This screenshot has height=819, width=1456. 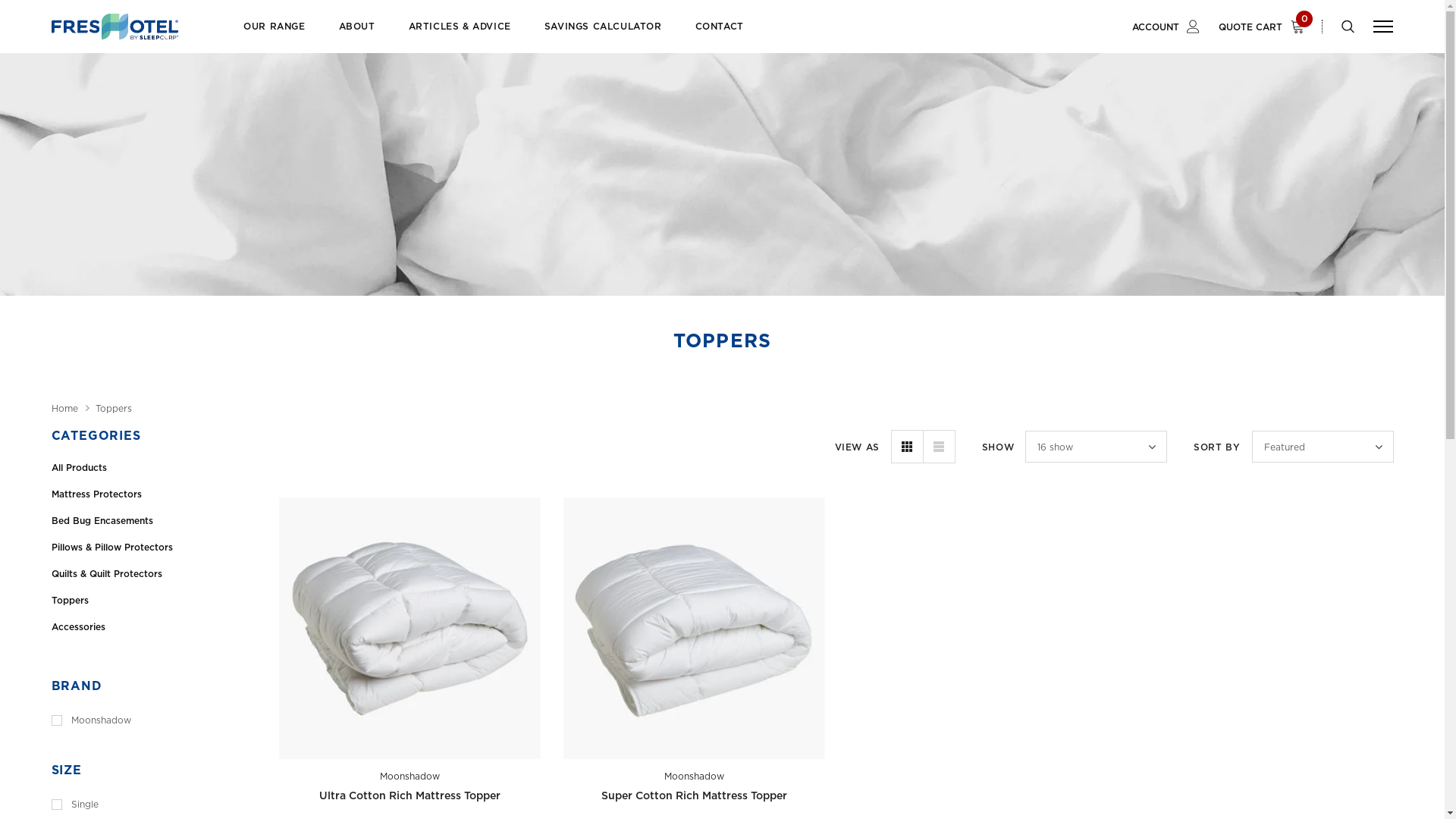 I want to click on 'ABOUT', so click(x=356, y=34).